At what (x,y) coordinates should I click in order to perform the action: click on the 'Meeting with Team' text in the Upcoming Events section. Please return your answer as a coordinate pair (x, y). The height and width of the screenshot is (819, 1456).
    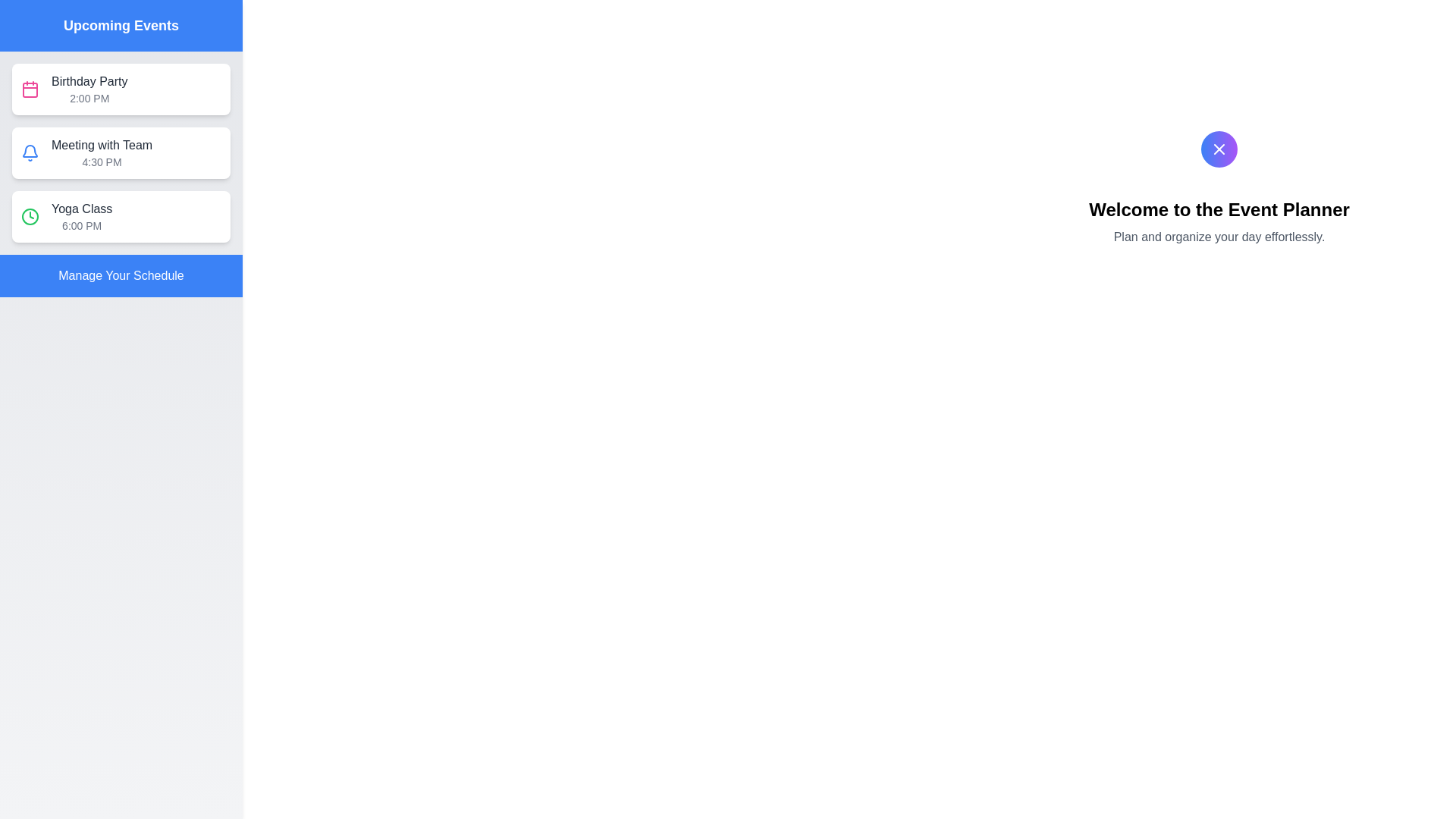
    Looking at the image, I should click on (101, 152).